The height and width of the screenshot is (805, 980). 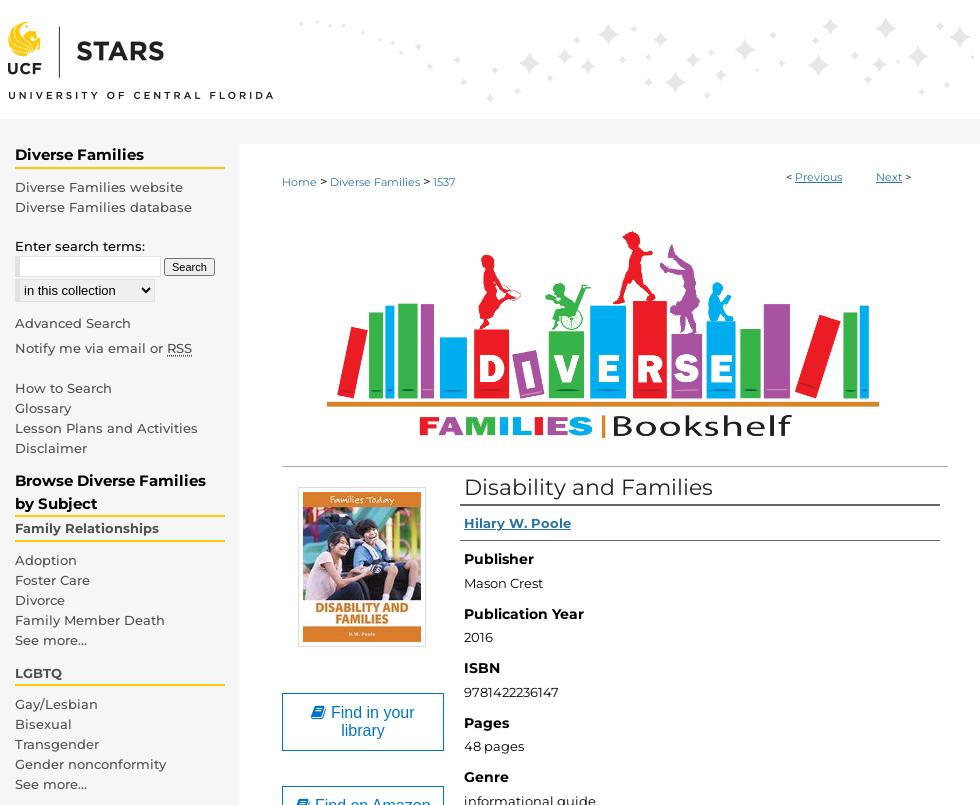 I want to click on 'Adoption', so click(x=14, y=557).